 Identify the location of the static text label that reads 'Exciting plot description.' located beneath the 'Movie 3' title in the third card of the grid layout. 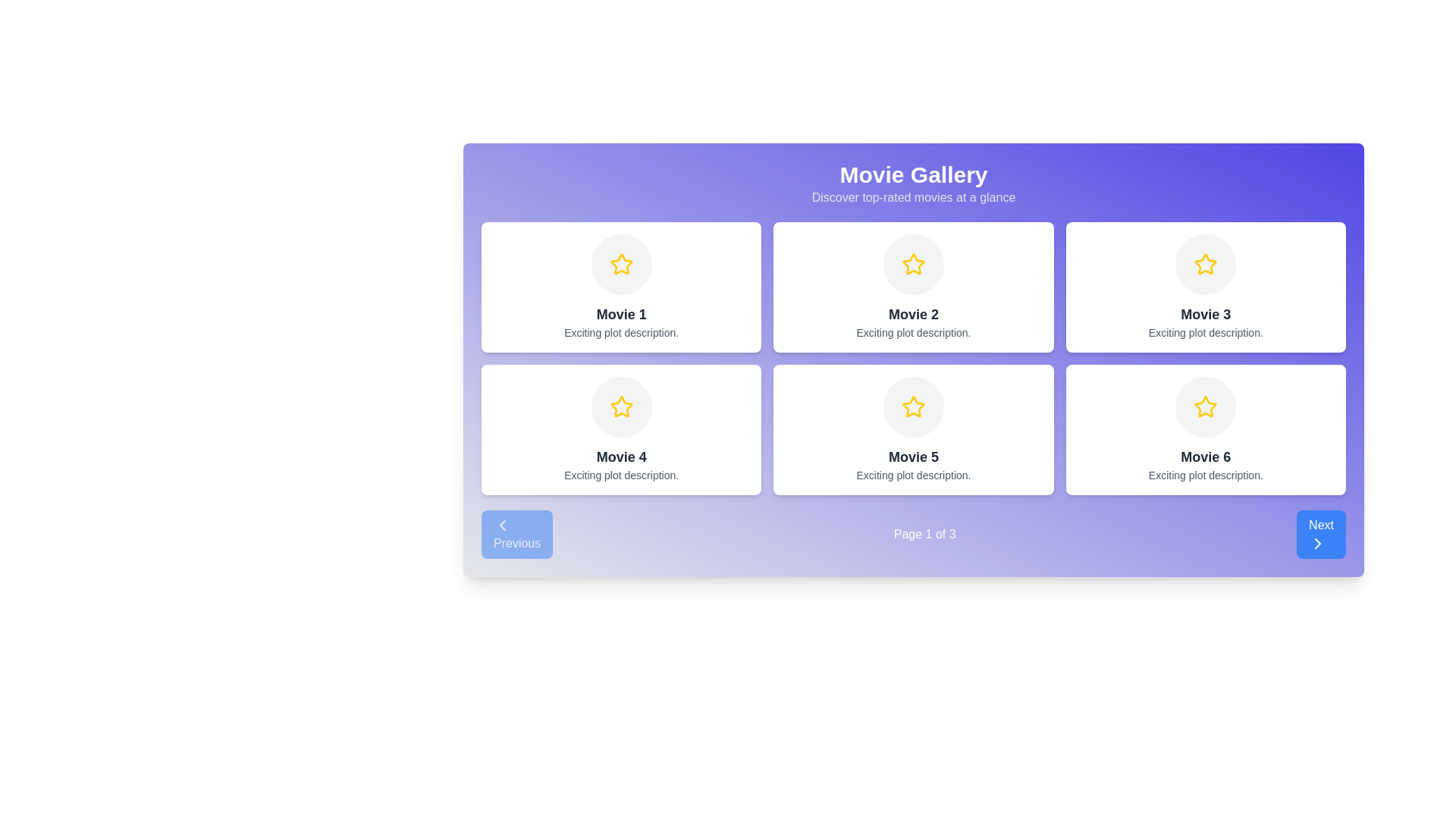
(1205, 332).